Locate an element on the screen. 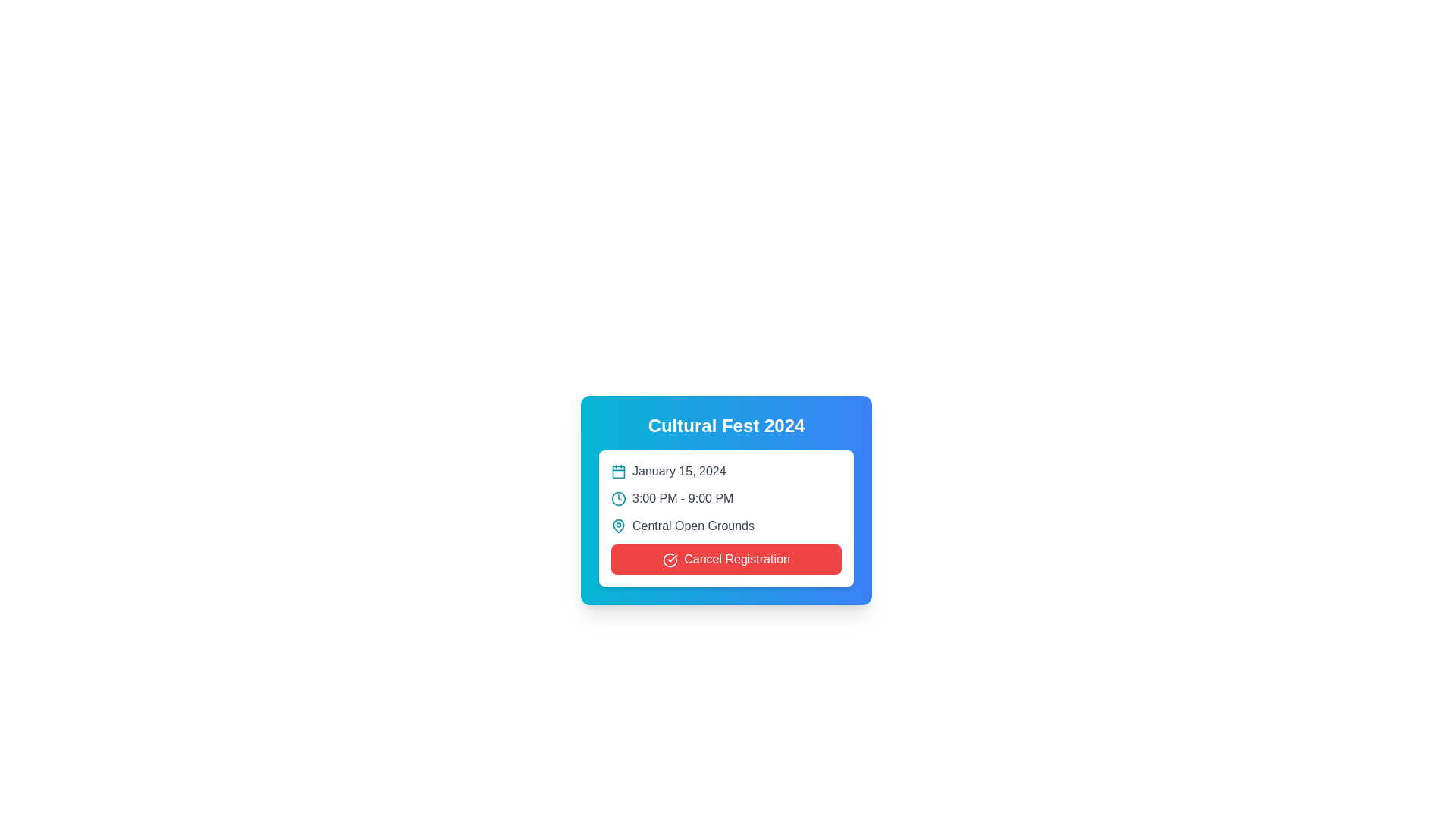  the static text label reading 'Central Open Grounds', which is styled in gray and located in the bottom middle section of a card displaying event details, to the right of a map pin icon is located at coordinates (692, 526).